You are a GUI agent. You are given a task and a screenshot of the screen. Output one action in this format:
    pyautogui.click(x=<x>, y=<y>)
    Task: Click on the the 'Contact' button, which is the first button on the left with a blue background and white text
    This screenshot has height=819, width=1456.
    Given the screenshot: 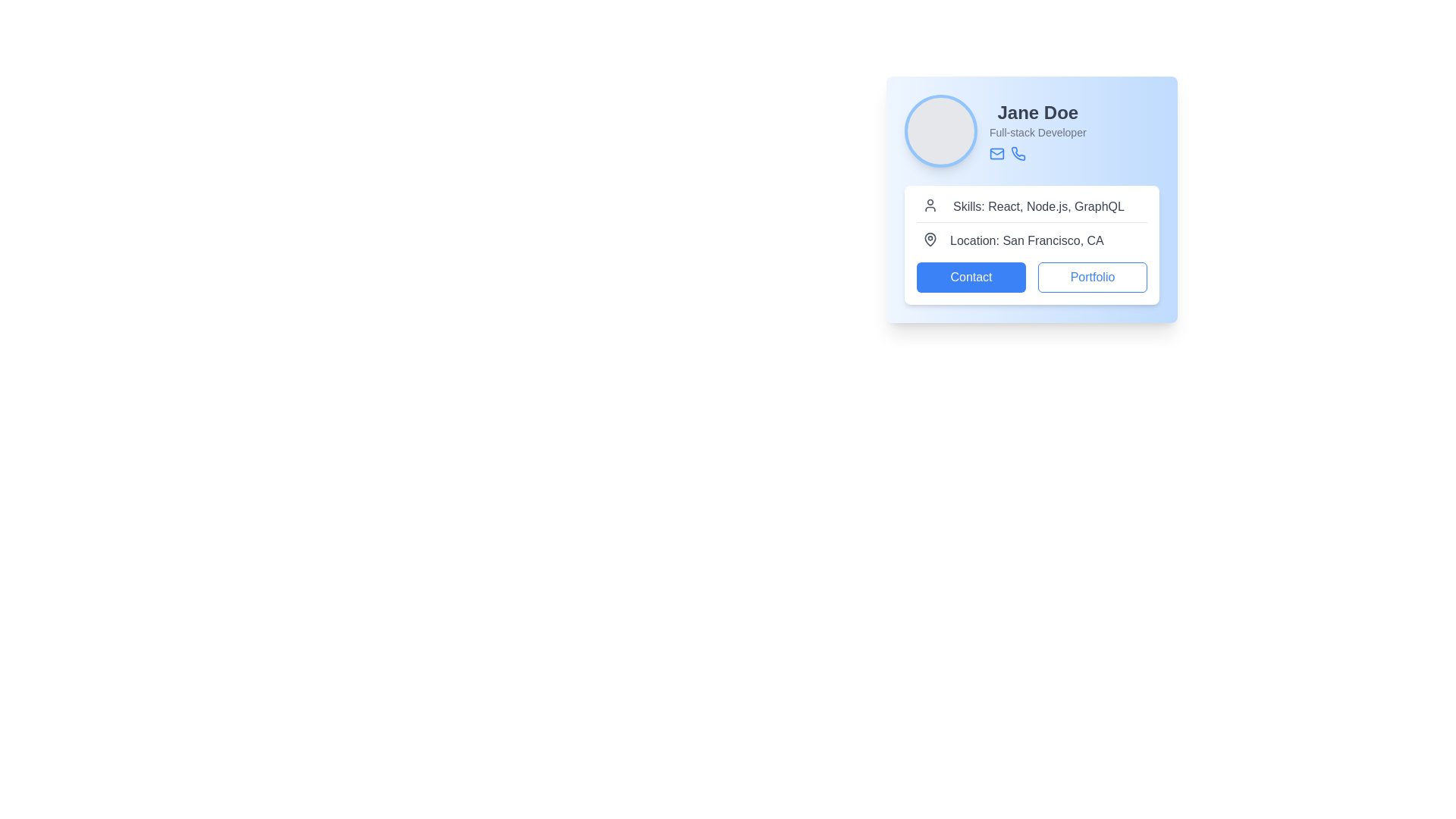 What is the action you would take?
    pyautogui.click(x=971, y=278)
    